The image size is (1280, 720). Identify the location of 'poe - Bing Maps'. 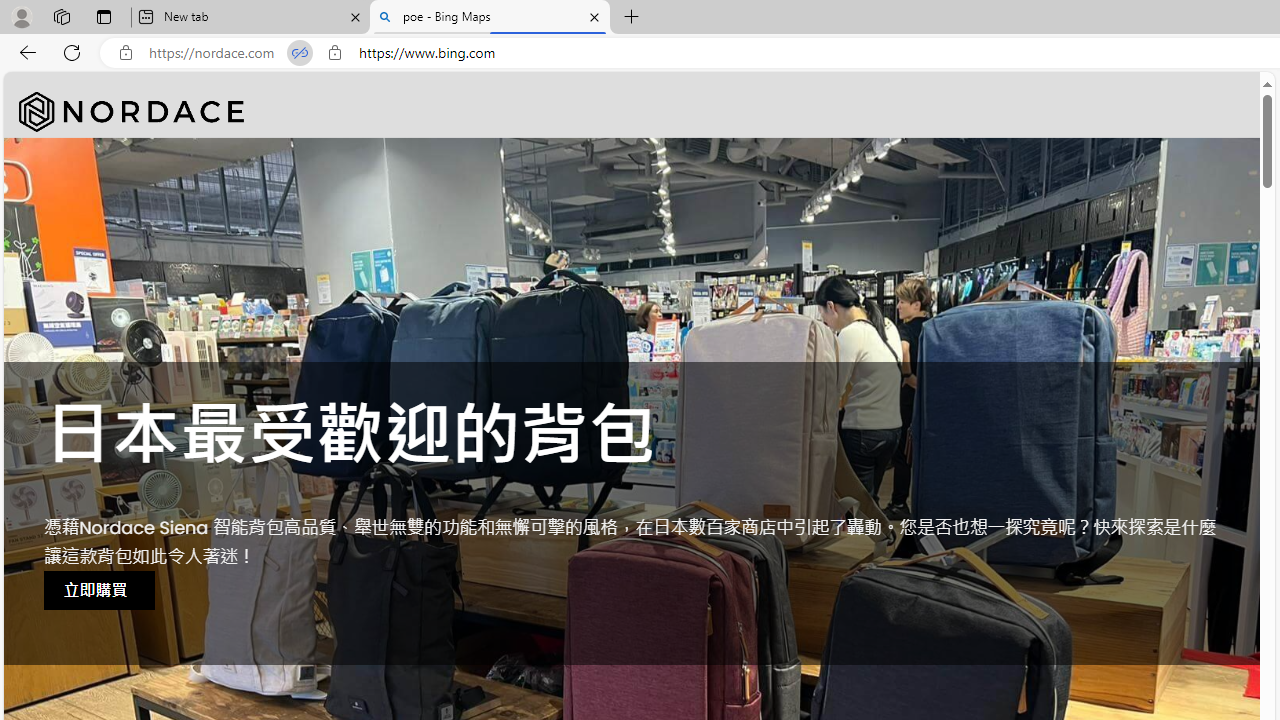
(490, 17).